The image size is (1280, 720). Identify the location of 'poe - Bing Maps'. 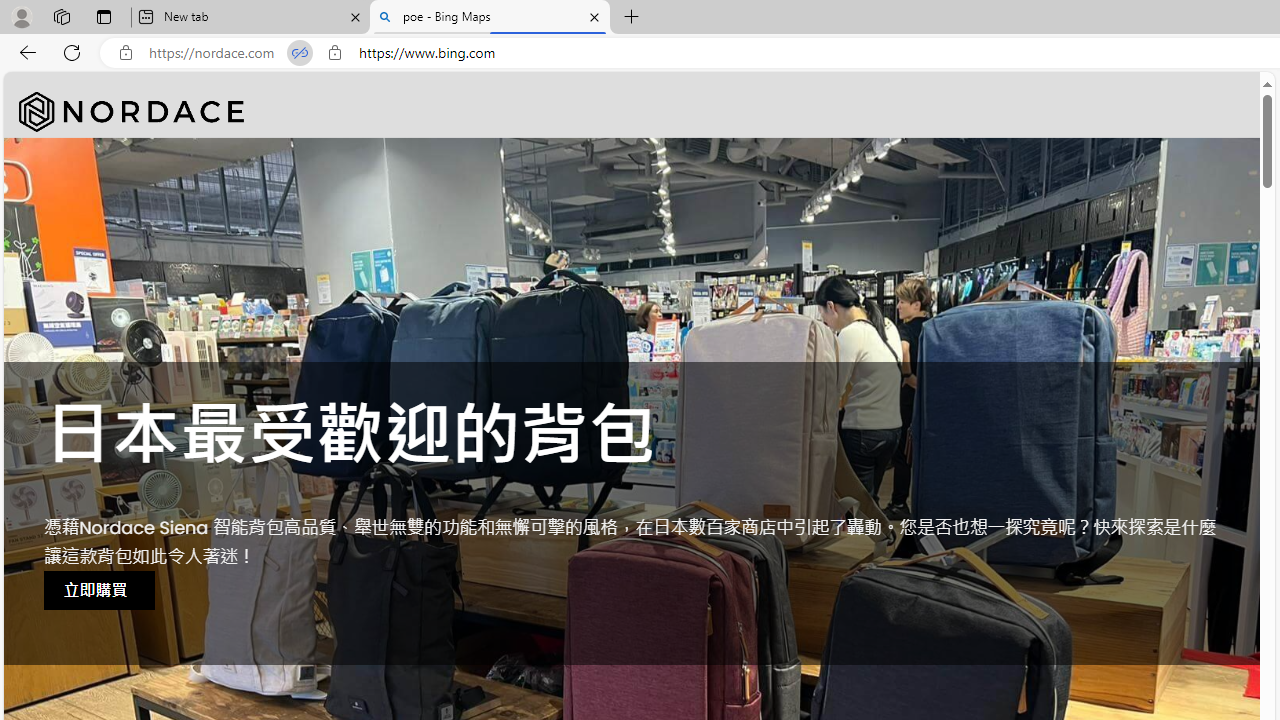
(490, 17).